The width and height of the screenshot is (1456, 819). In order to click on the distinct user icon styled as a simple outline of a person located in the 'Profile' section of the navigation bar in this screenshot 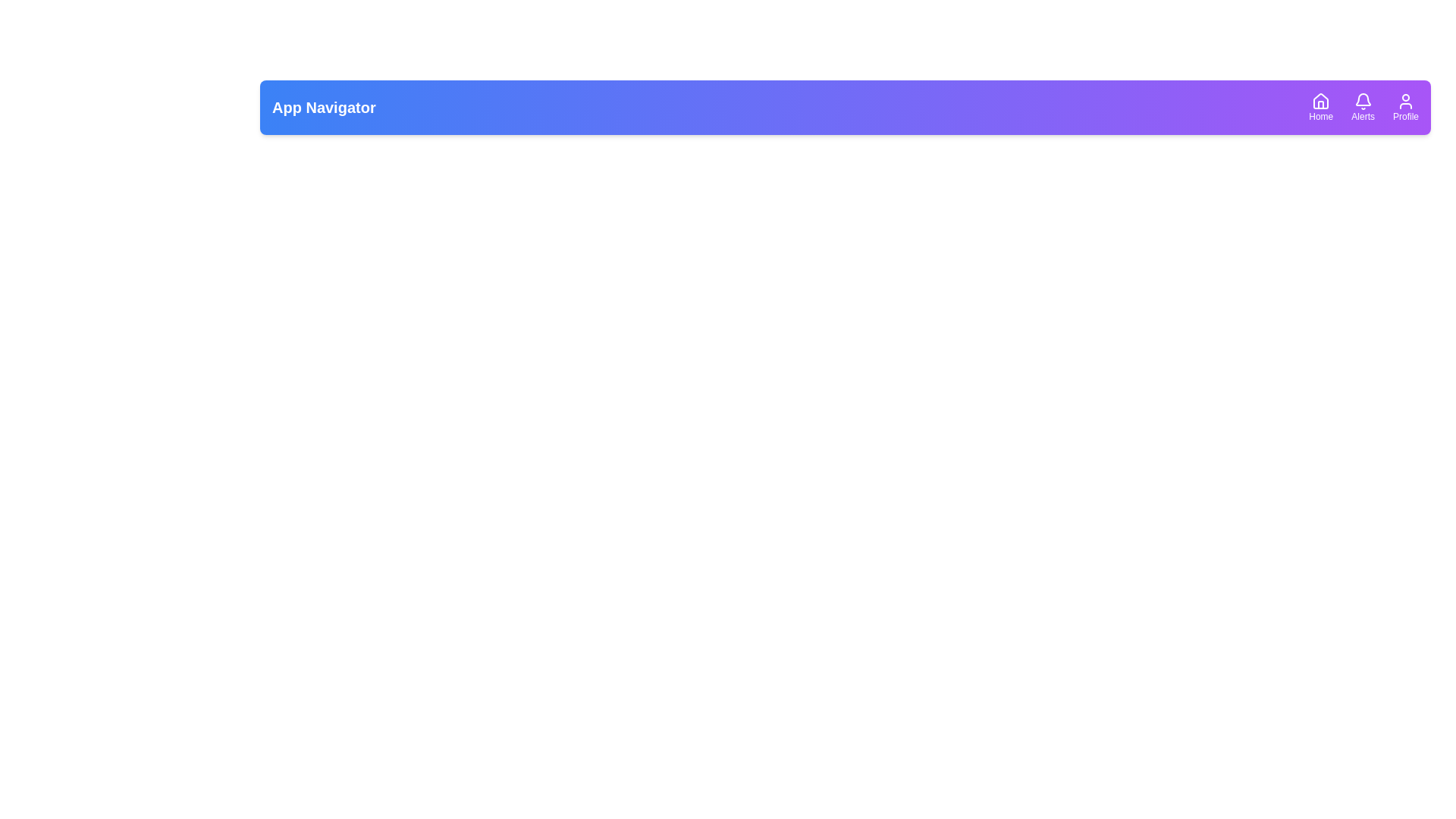, I will do `click(1404, 102)`.